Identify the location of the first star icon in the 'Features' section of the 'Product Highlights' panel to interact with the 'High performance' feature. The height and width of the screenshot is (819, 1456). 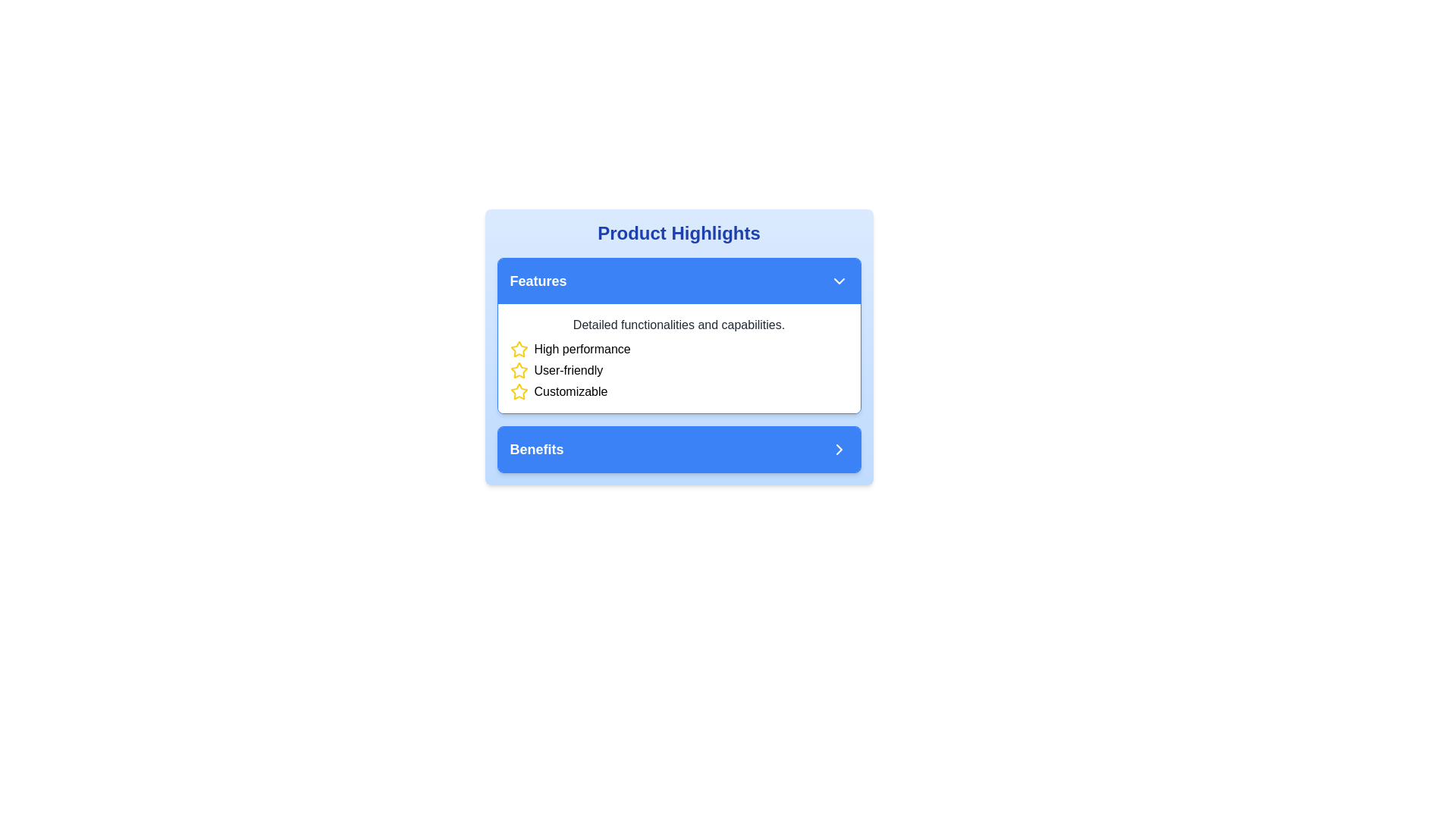
(519, 350).